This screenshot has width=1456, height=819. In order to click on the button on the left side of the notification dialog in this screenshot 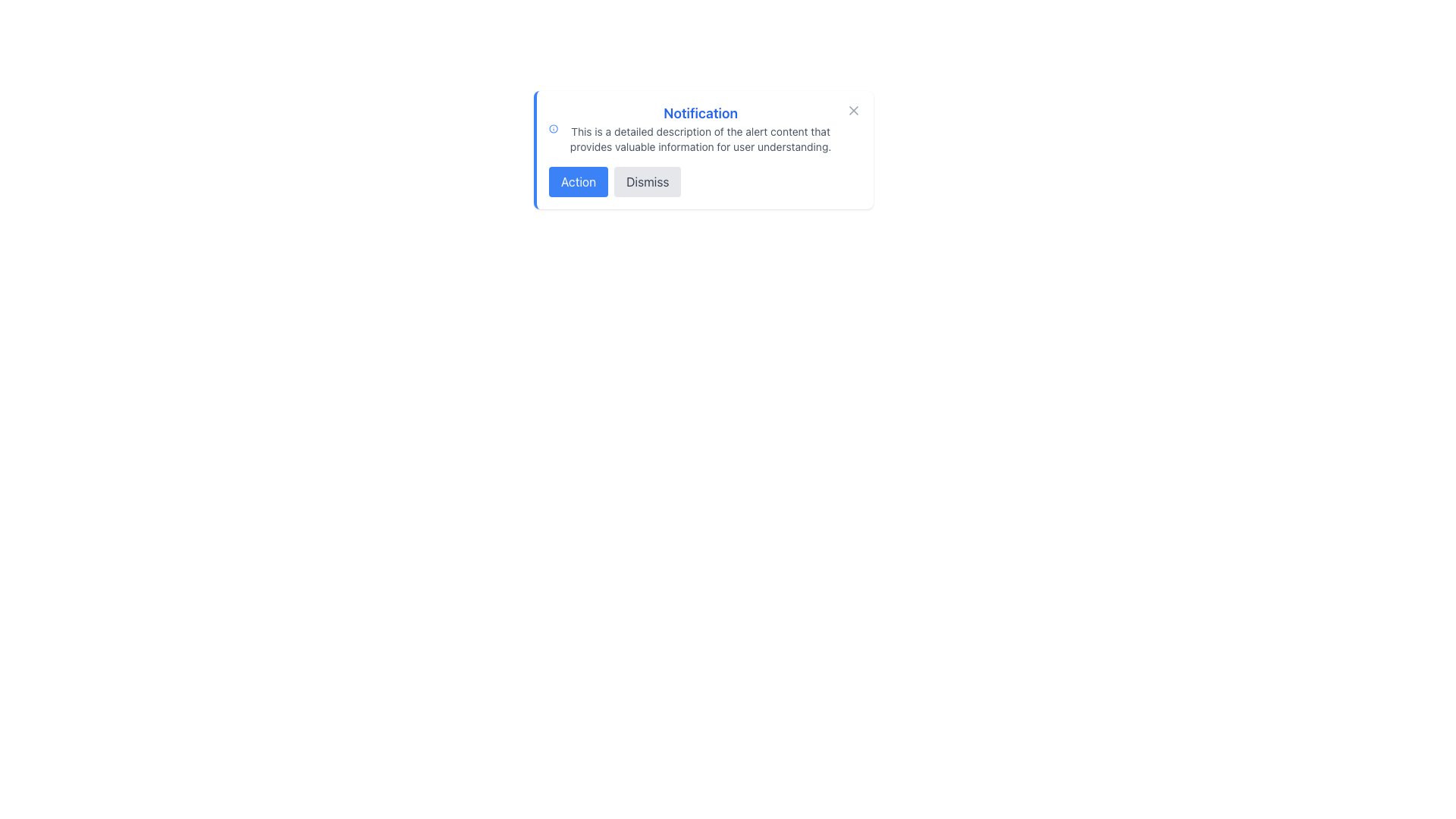, I will do `click(578, 180)`.